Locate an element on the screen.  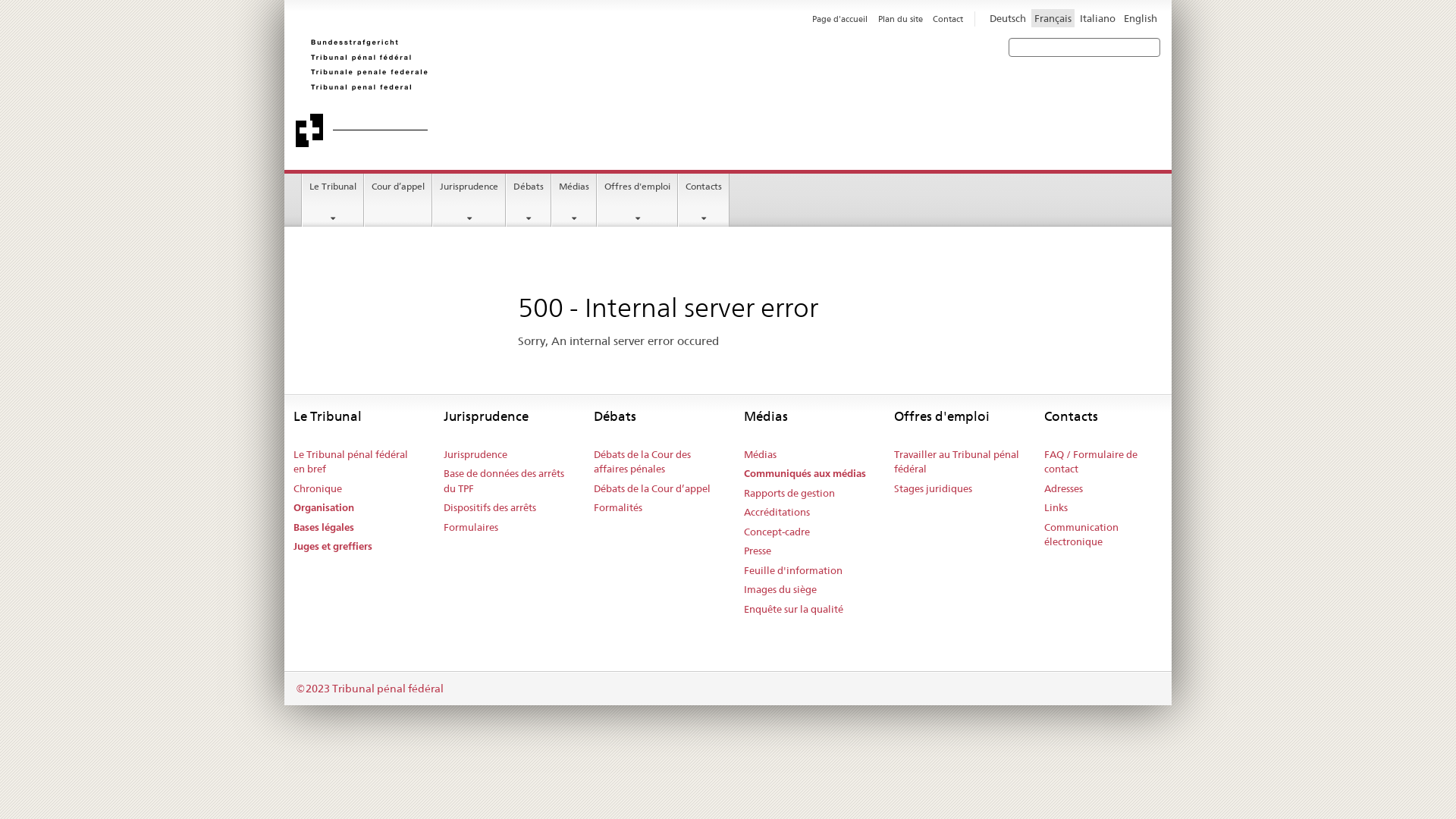
'FAQ / Formulaire de contact' is located at coordinates (1107, 461).